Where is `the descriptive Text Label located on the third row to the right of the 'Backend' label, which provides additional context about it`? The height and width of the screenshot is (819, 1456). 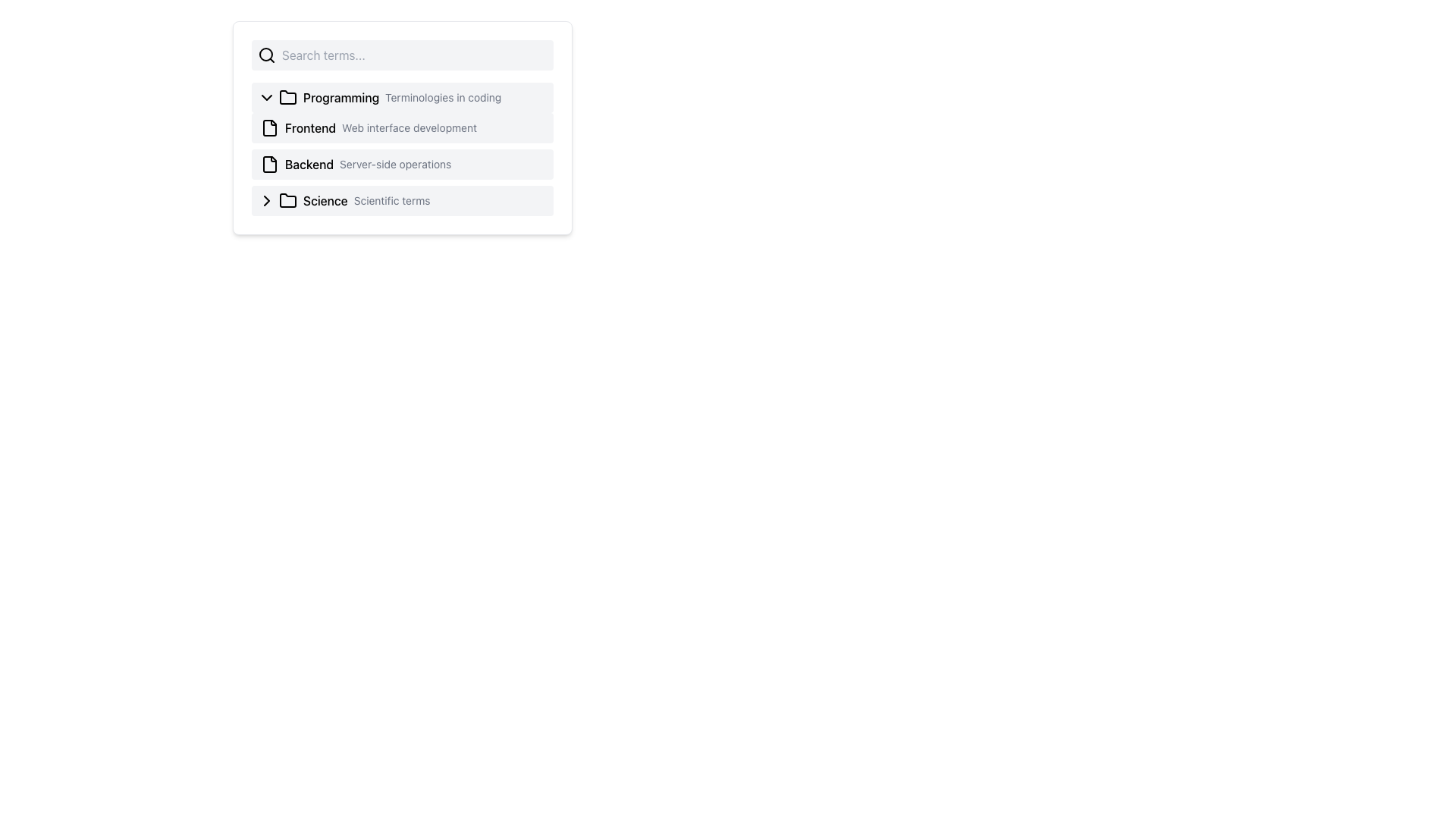 the descriptive Text Label located on the third row to the right of the 'Backend' label, which provides additional context about it is located at coordinates (395, 164).